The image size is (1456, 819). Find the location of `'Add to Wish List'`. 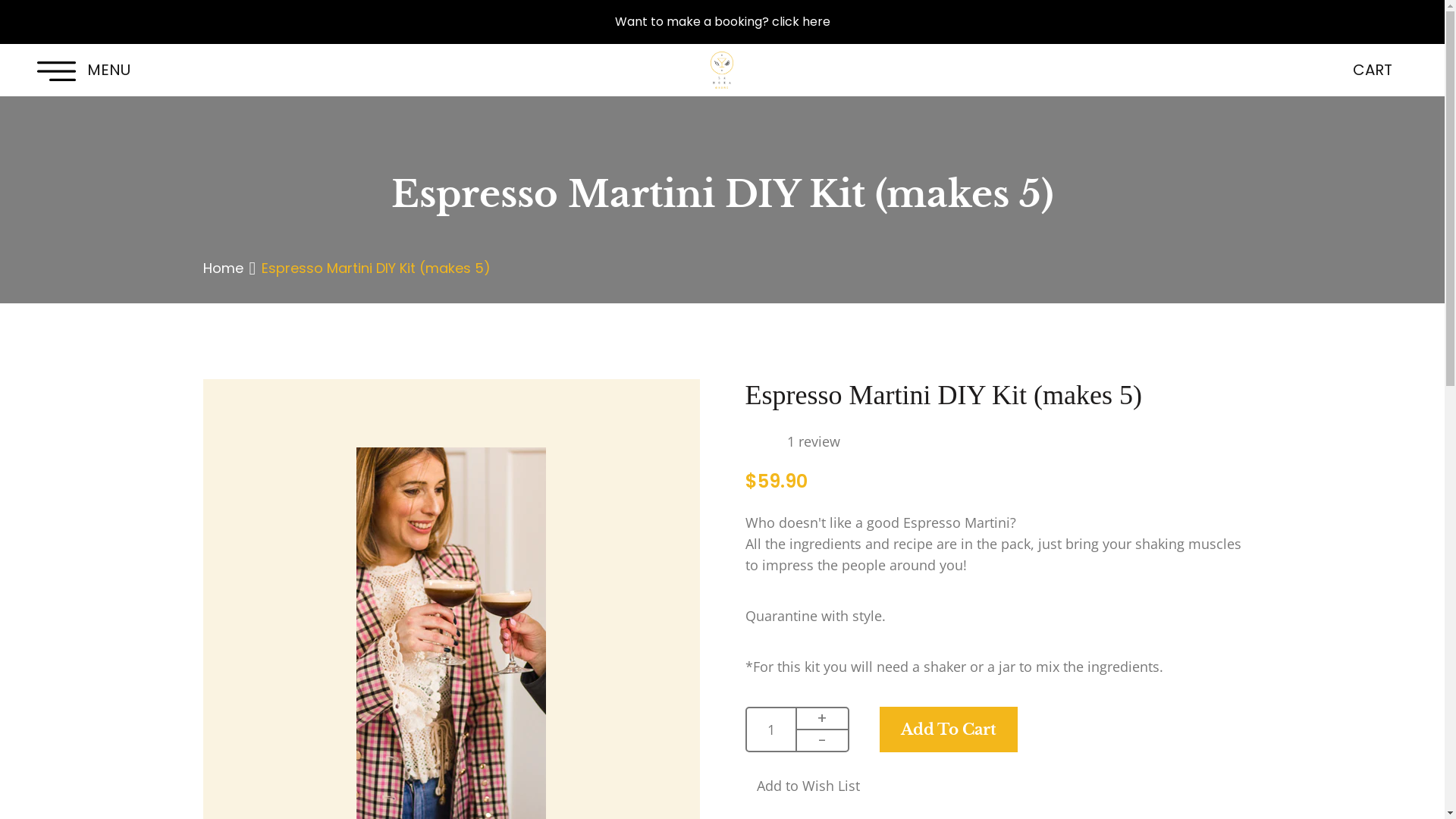

'Add to Wish List' is located at coordinates (801, 785).